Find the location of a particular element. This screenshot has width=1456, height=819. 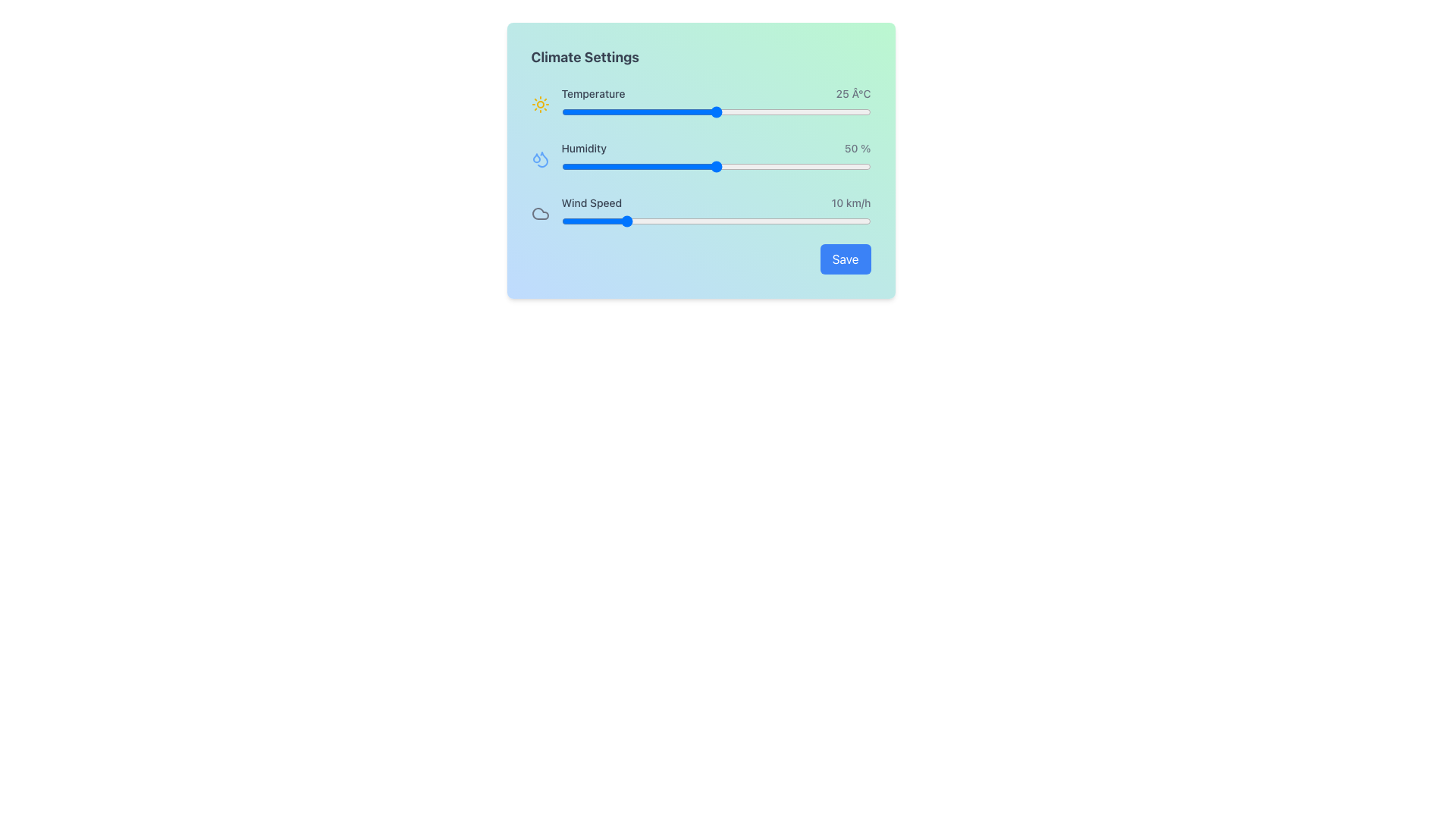

the temperature slider is located at coordinates (747, 111).